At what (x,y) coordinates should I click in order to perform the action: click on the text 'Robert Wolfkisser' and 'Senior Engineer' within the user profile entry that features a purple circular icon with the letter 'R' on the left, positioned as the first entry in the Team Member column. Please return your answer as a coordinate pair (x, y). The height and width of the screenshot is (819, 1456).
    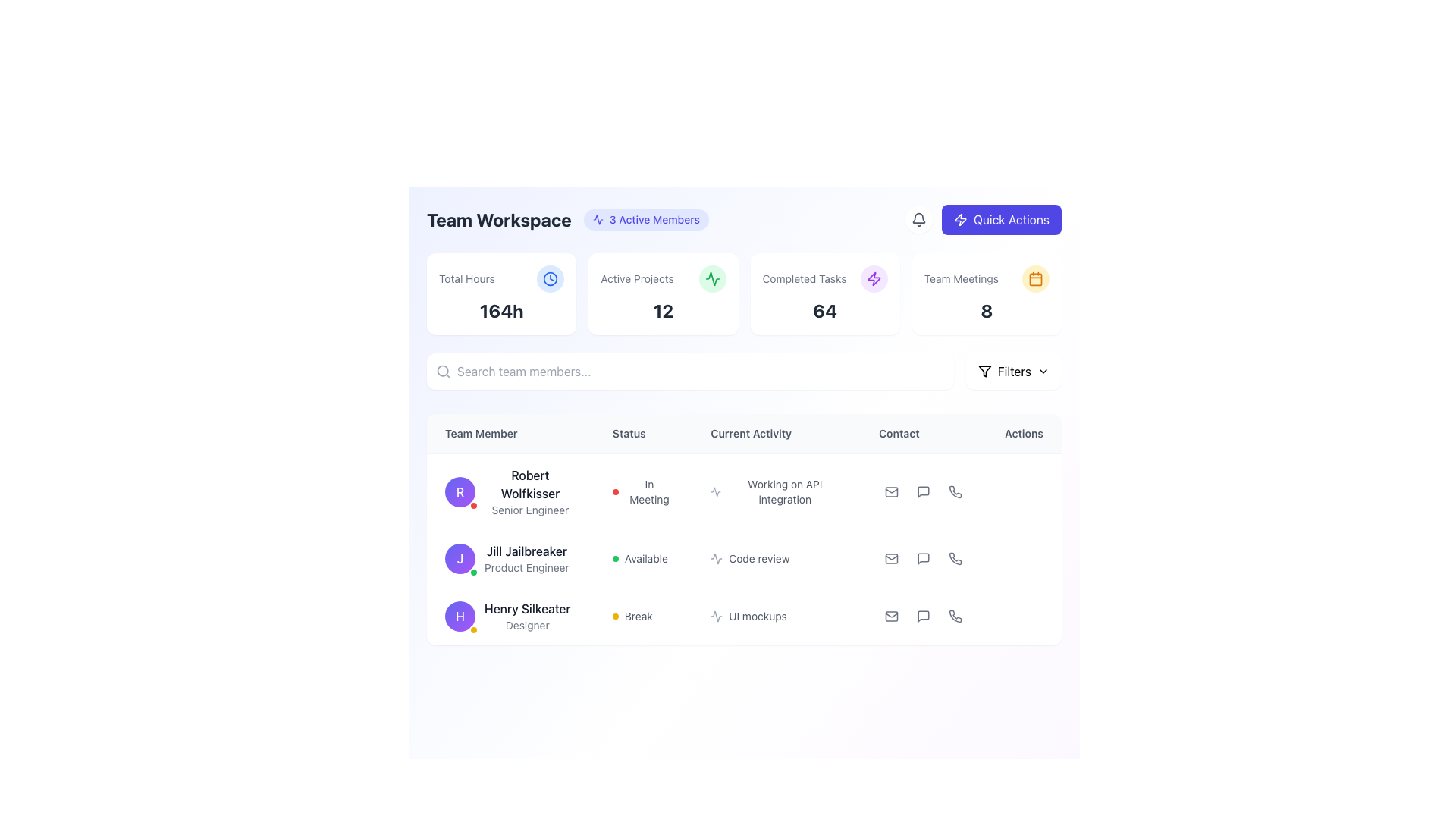
    Looking at the image, I should click on (510, 491).